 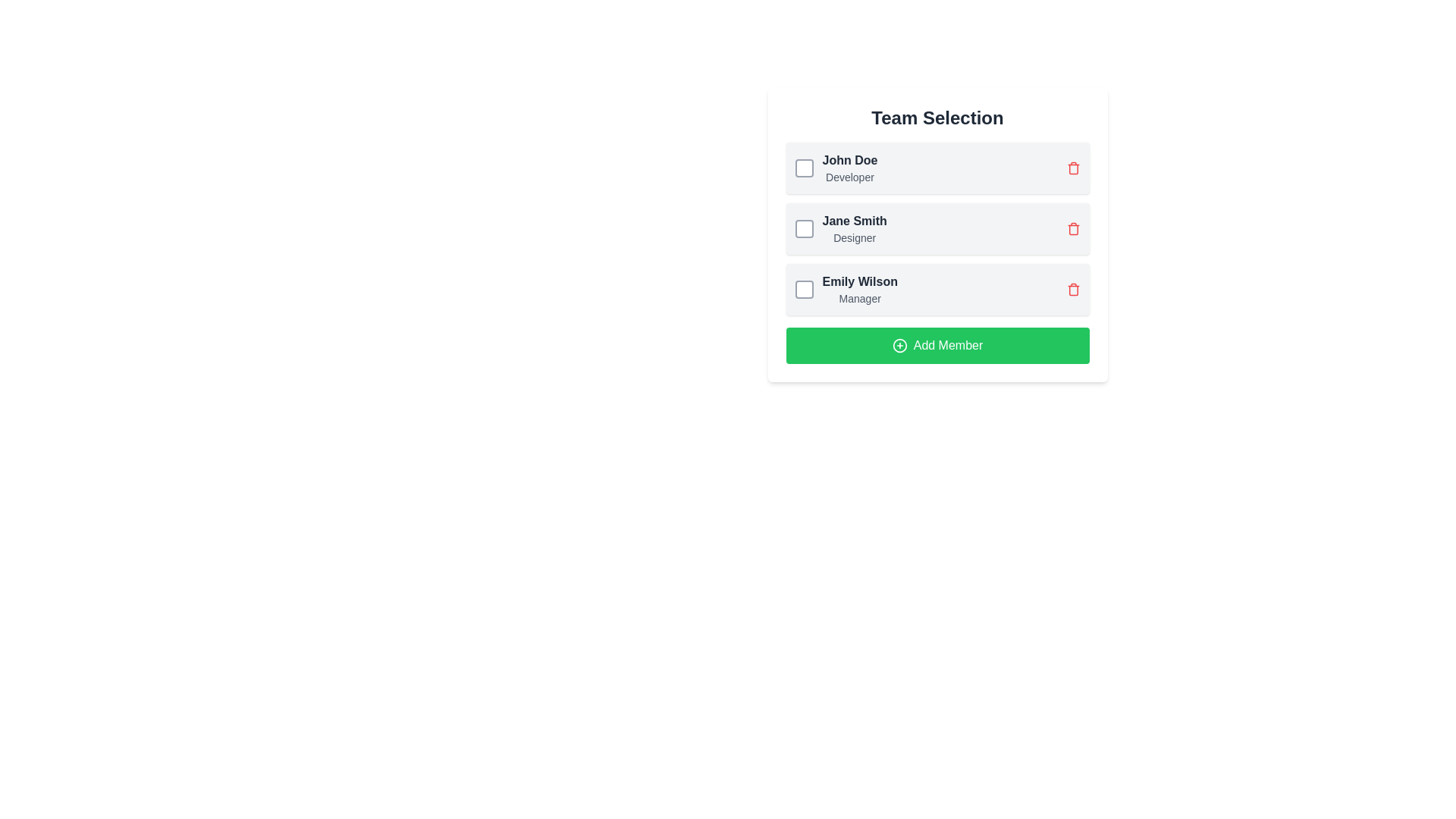 What do you see at coordinates (803, 289) in the screenshot?
I see `the checkbox` at bounding box center [803, 289].